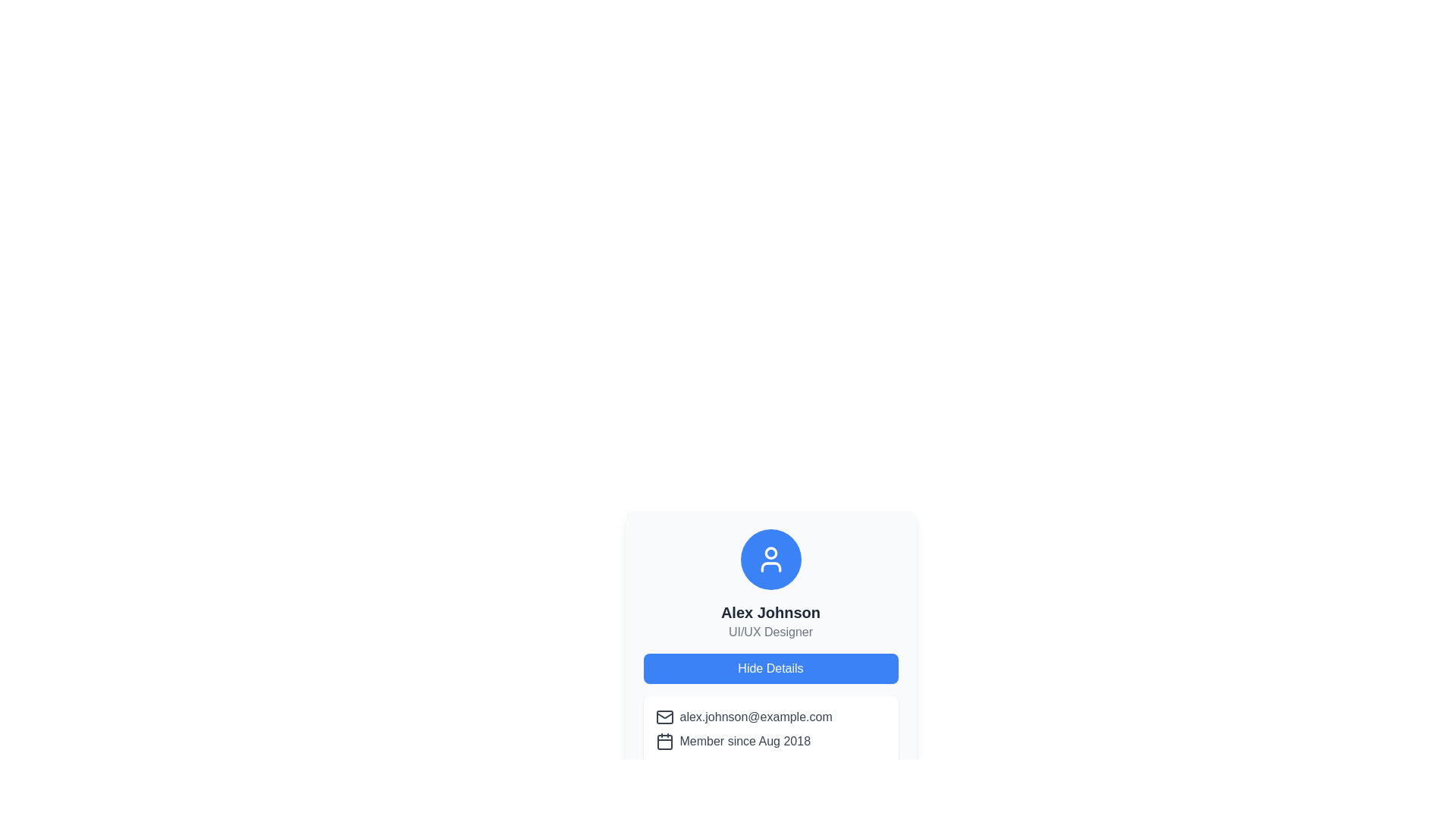  What do you see at coordinates (770, 741) in the screenshot?
I see `the Static Text with Icon that indicates the user's membership start date, located at the bottom of the profile information card beneath the email address` at bounding box center [770, 741].